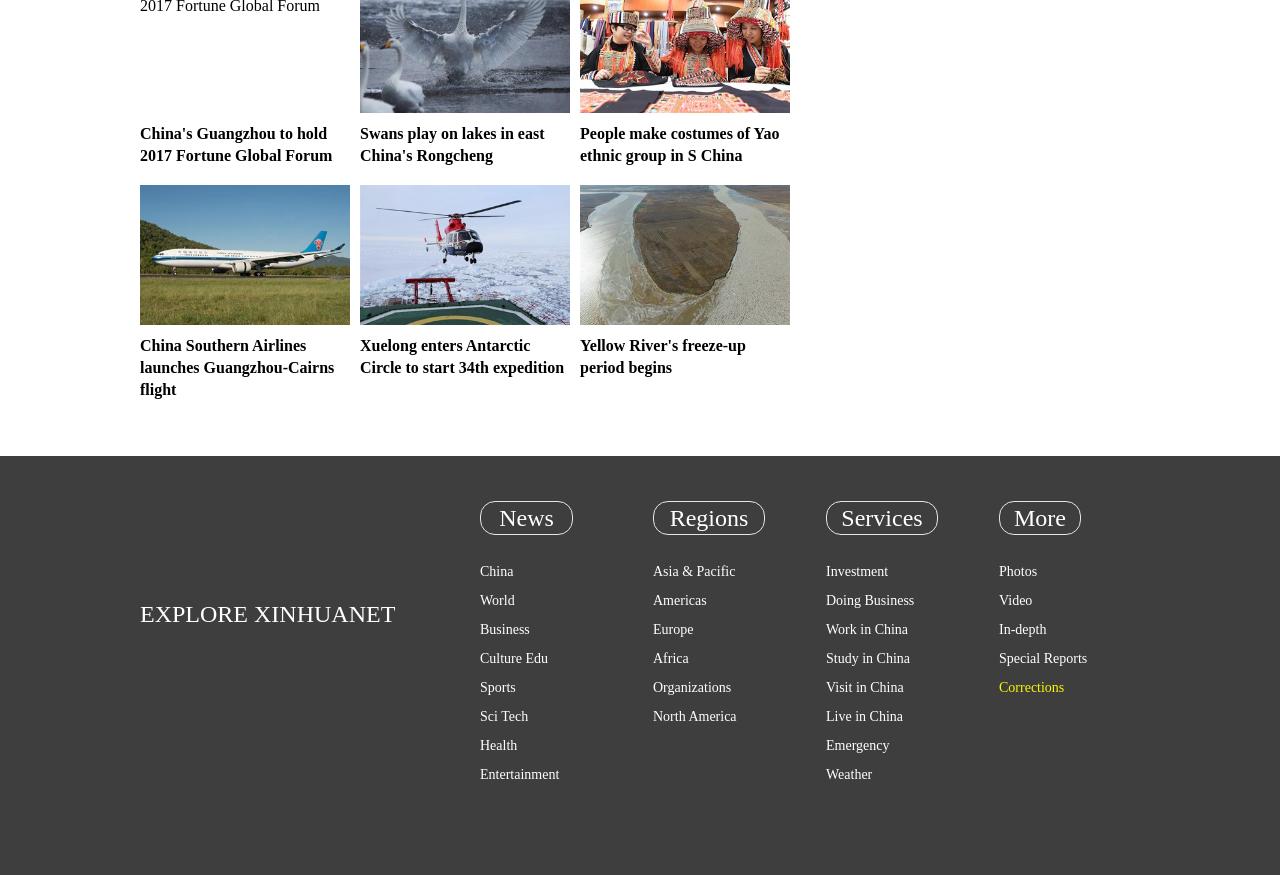 This screenshot has width=1280, height=875. What do you see at coordinates (1039, 517) in the screenshot?
I see `'More'` at bounding box center [1039, 517].